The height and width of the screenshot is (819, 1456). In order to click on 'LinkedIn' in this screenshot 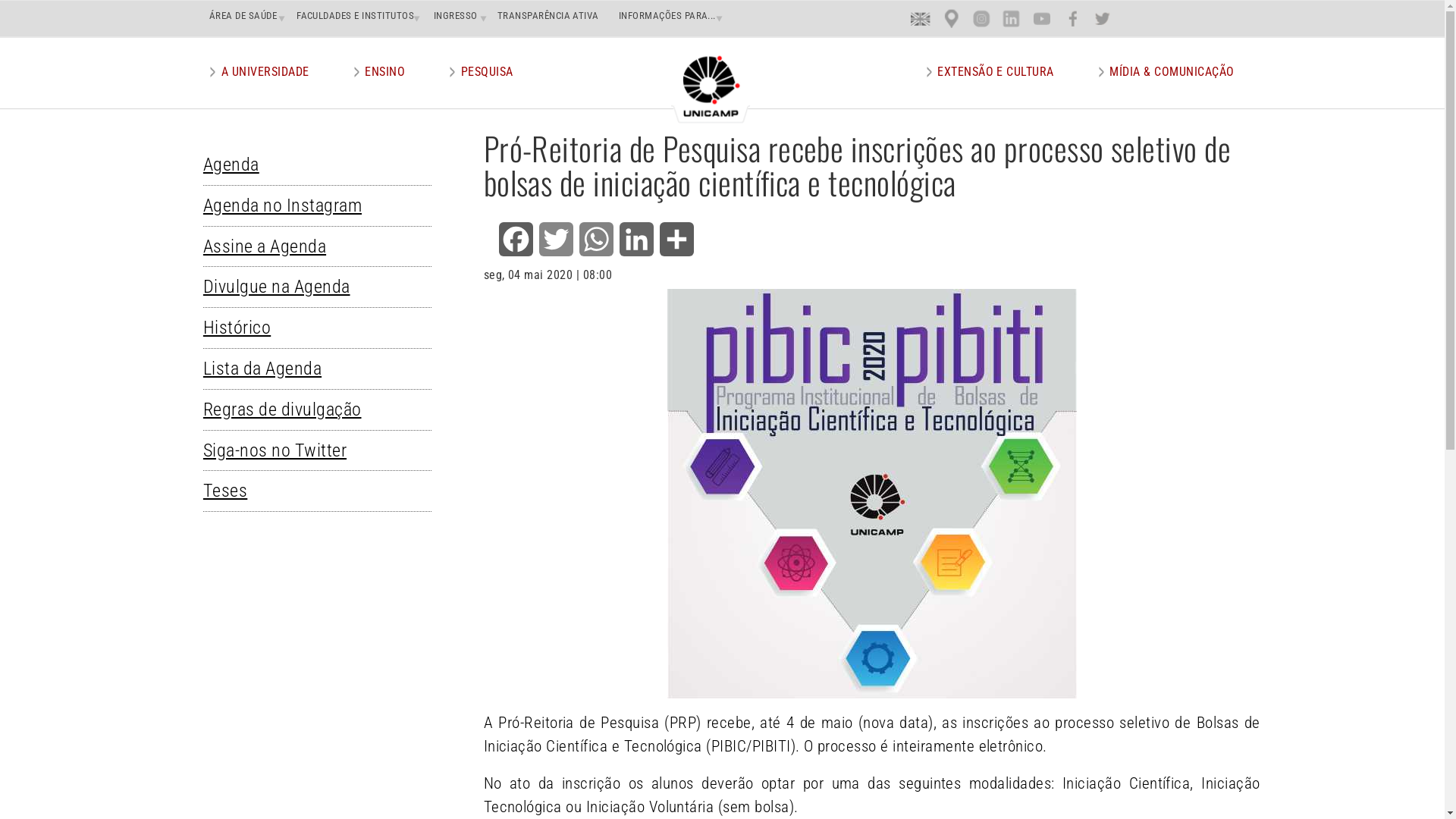, I will do `click(636, 239)`.